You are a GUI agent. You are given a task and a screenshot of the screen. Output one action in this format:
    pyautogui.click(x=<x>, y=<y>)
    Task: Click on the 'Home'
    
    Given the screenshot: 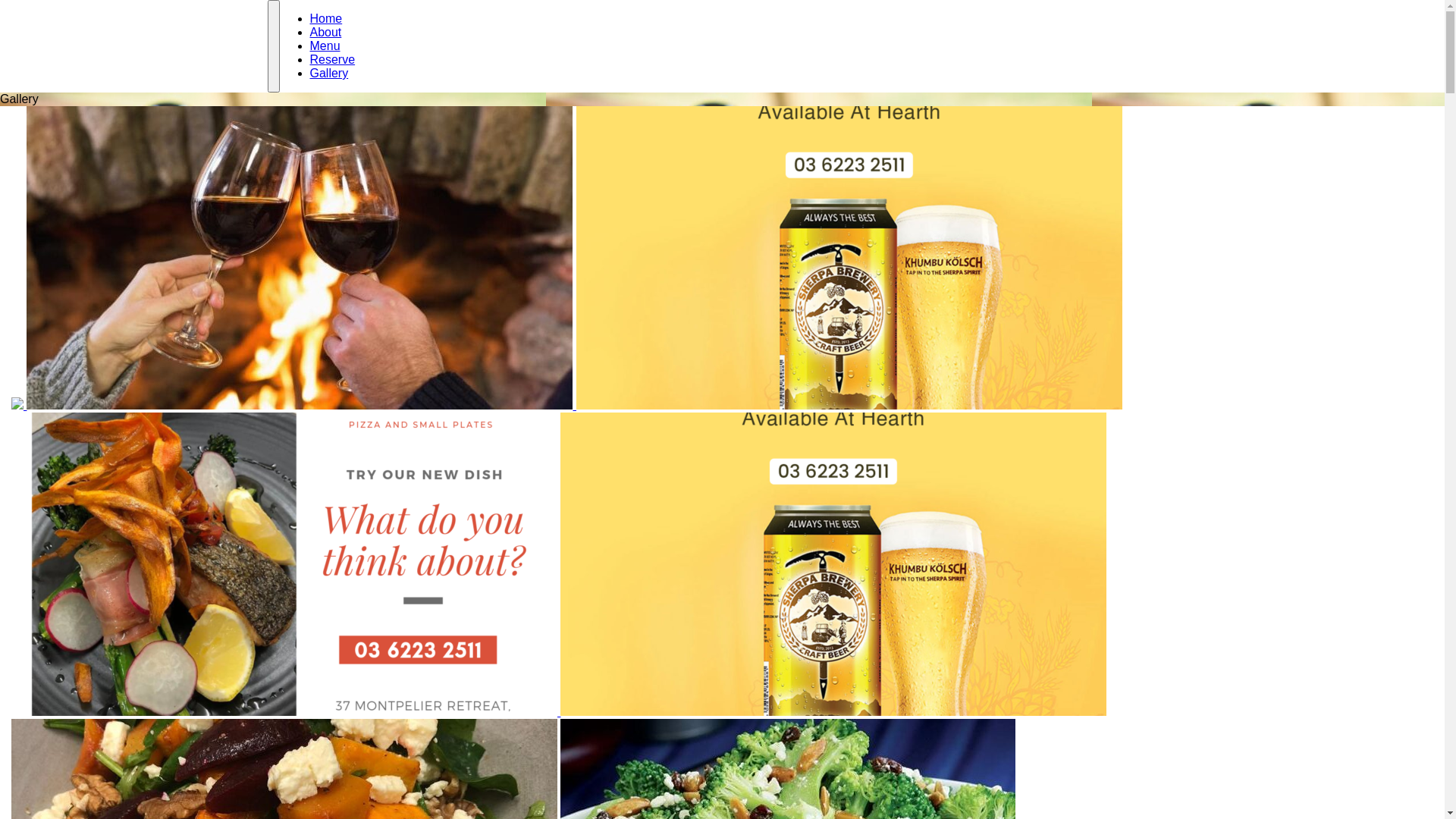 What is the action you would take?
    pyautogui.click(x=325, y=18)
    